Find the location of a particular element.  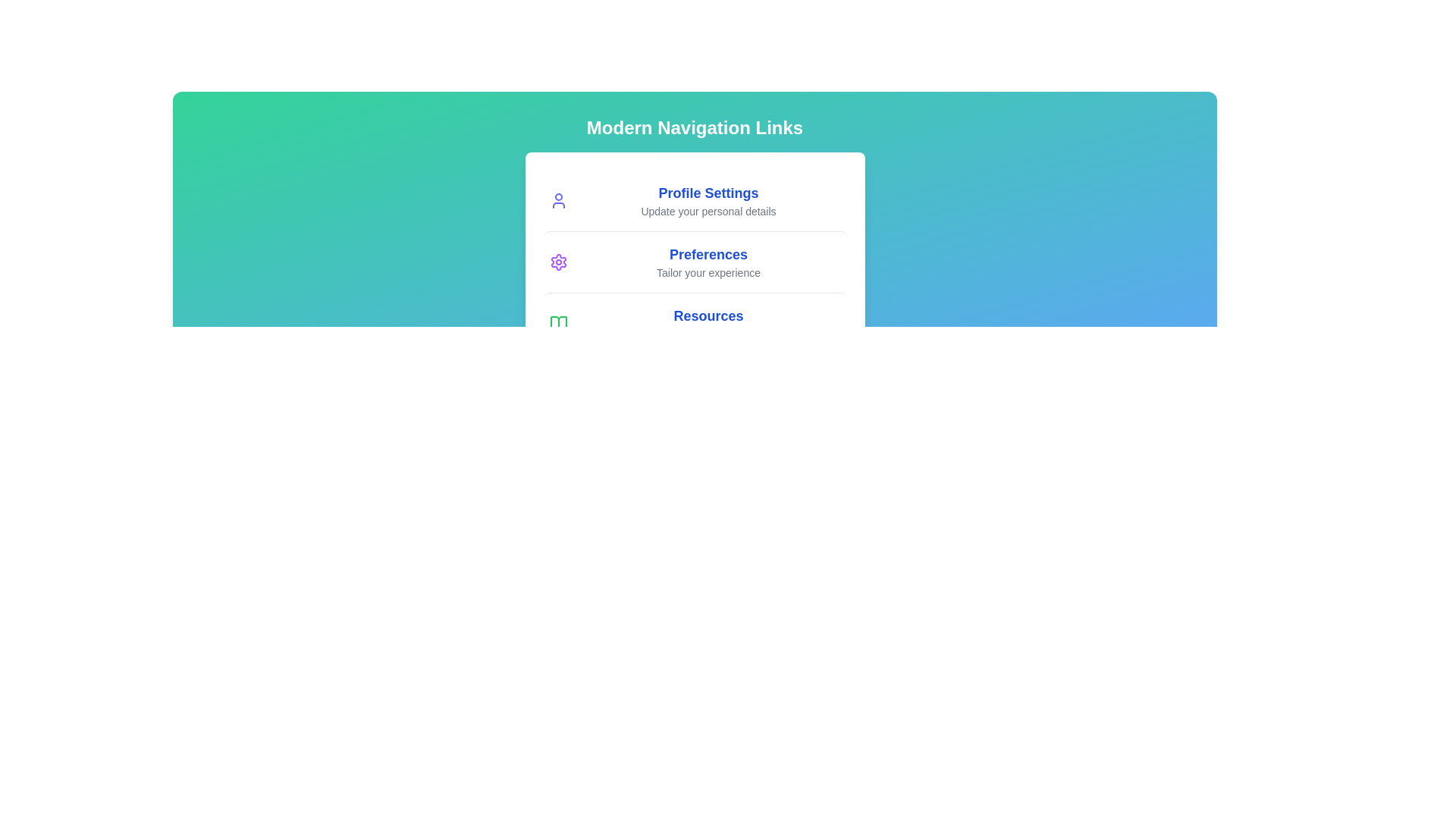

the Profile Settings icon located in the first item of the vertical navigation list, positioned to the left of the text 'Profile Settings' is located at coordinates (557, 200).